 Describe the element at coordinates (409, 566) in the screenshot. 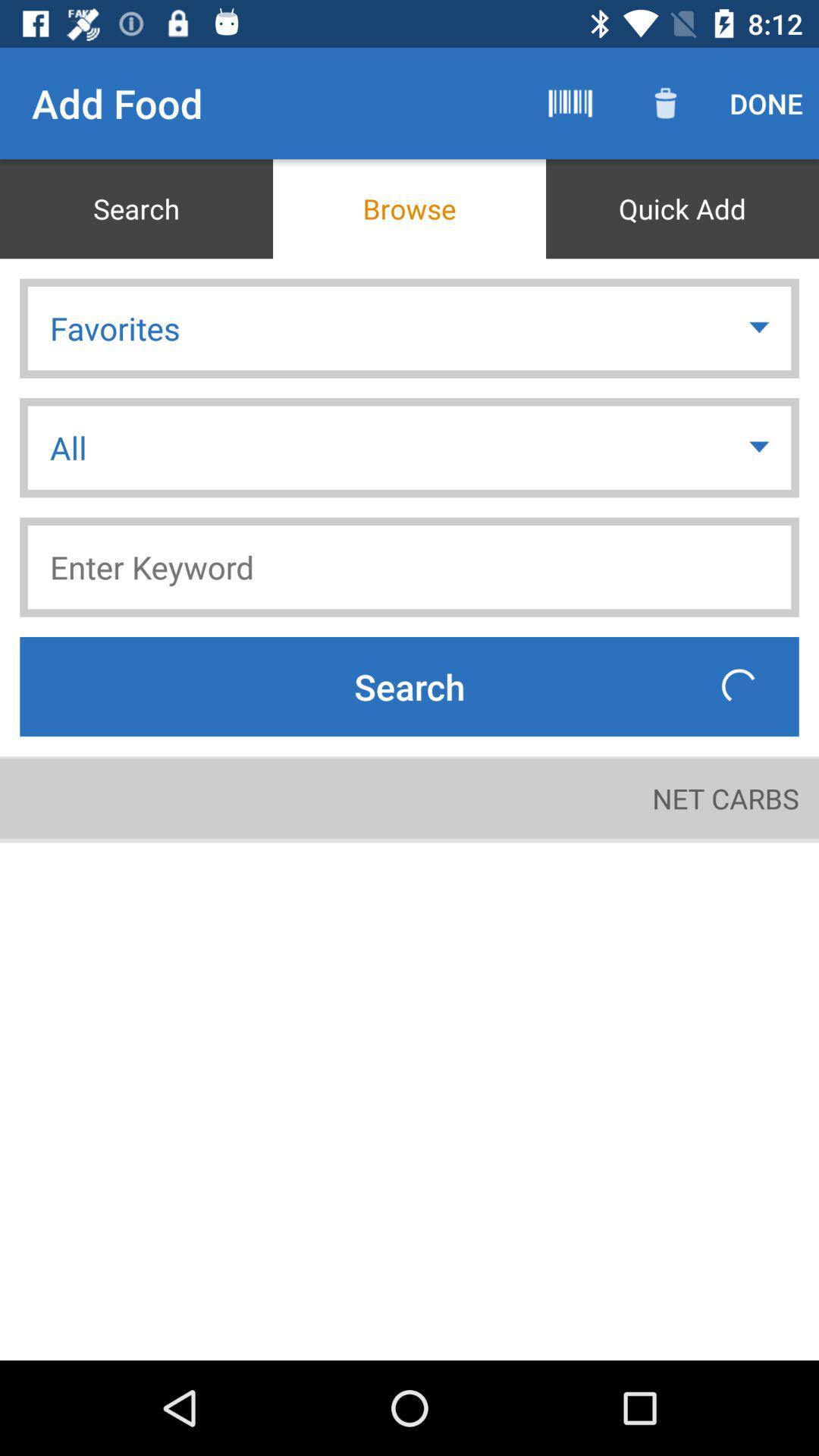

I see `search by keyword` at that location.